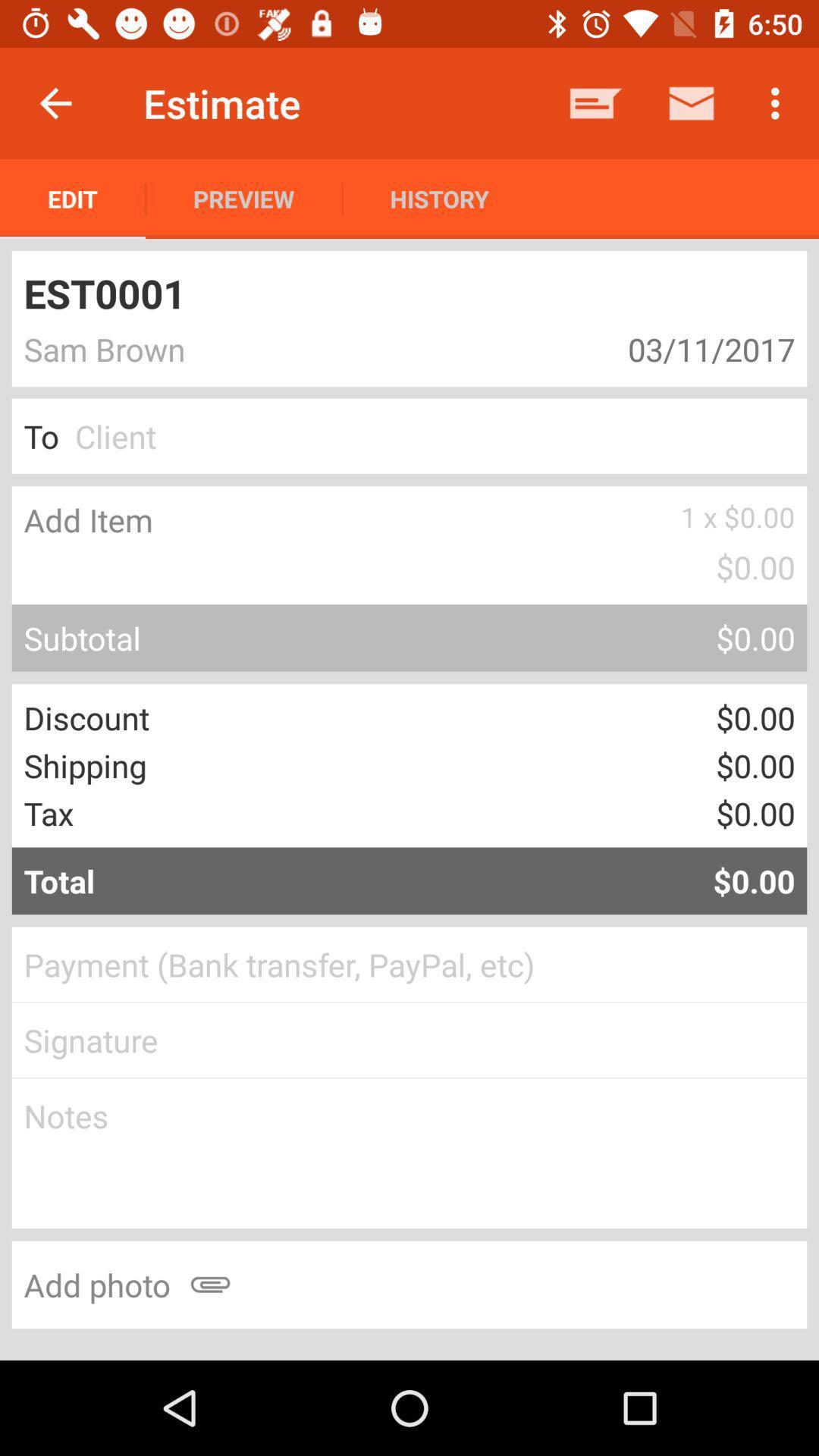 This screenshot has width=819, height=1456. What do you see at coordinates (409, 1153) in the screenshot?
I see `type notes` at bounding box center [409, 1153].